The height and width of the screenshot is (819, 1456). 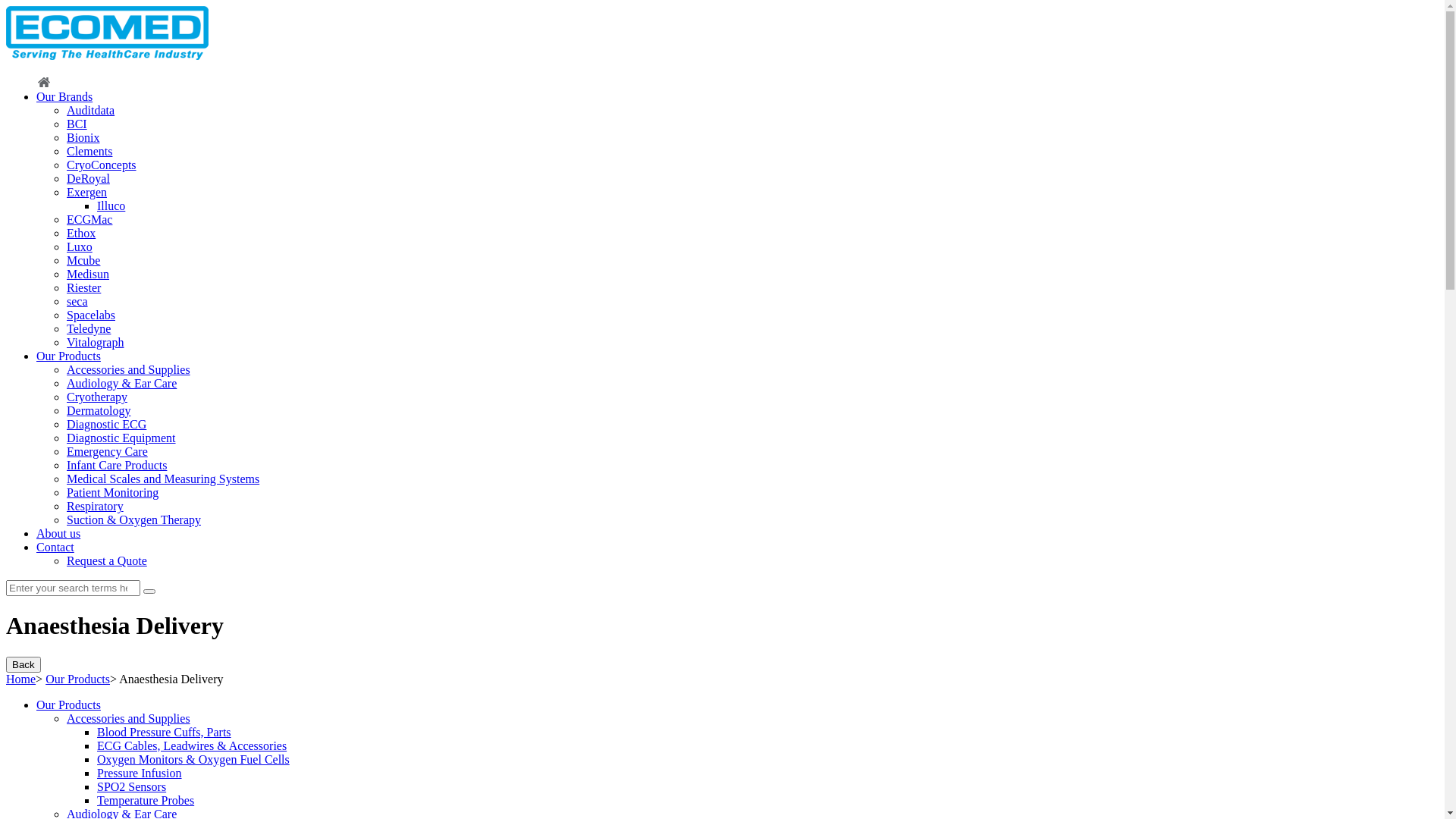 I want to click on 'Medical Scales and Measuring Systems', so click(x=65, y=479).